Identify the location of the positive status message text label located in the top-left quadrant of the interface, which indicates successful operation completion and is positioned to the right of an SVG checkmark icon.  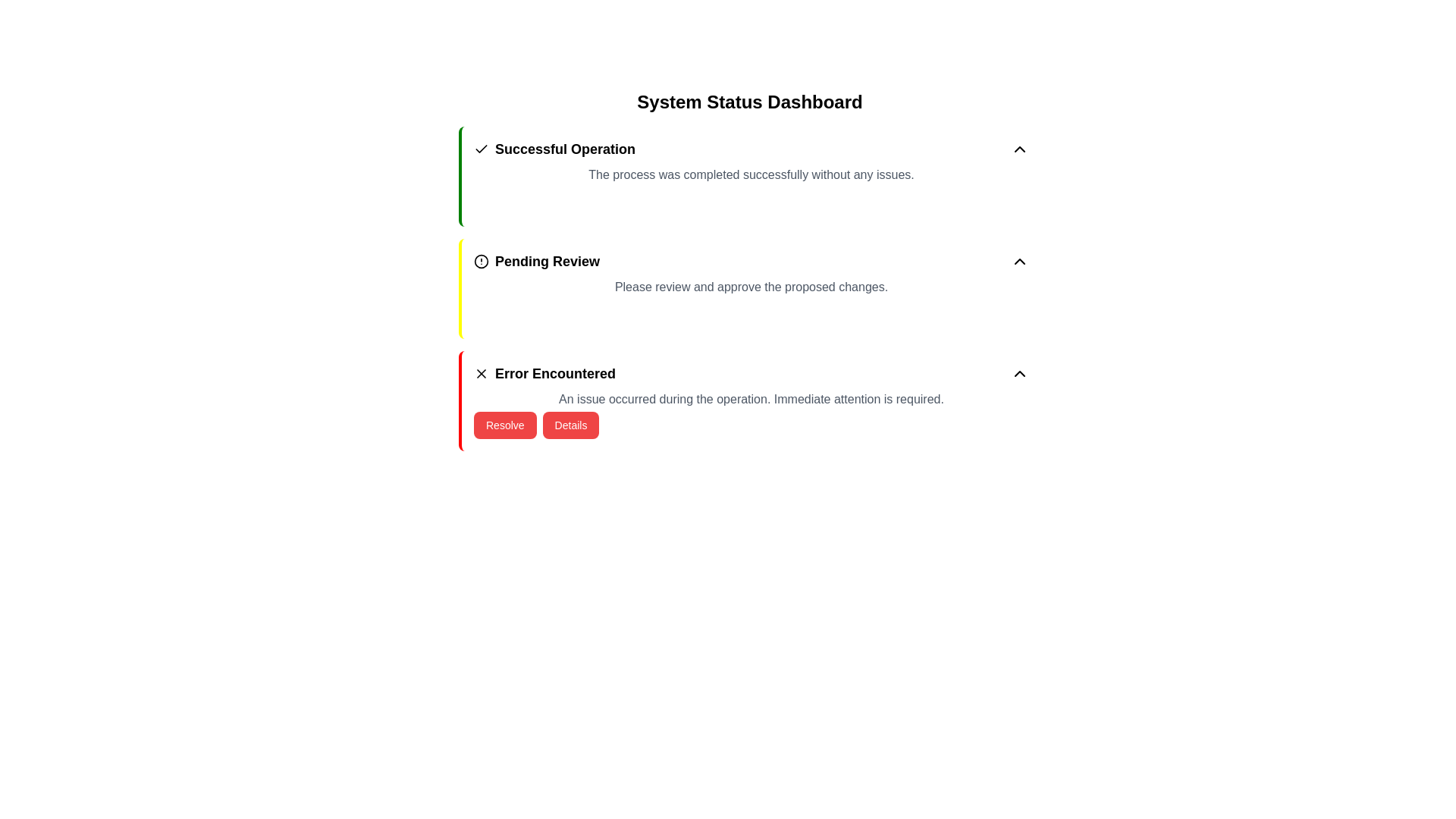
(564, 149).